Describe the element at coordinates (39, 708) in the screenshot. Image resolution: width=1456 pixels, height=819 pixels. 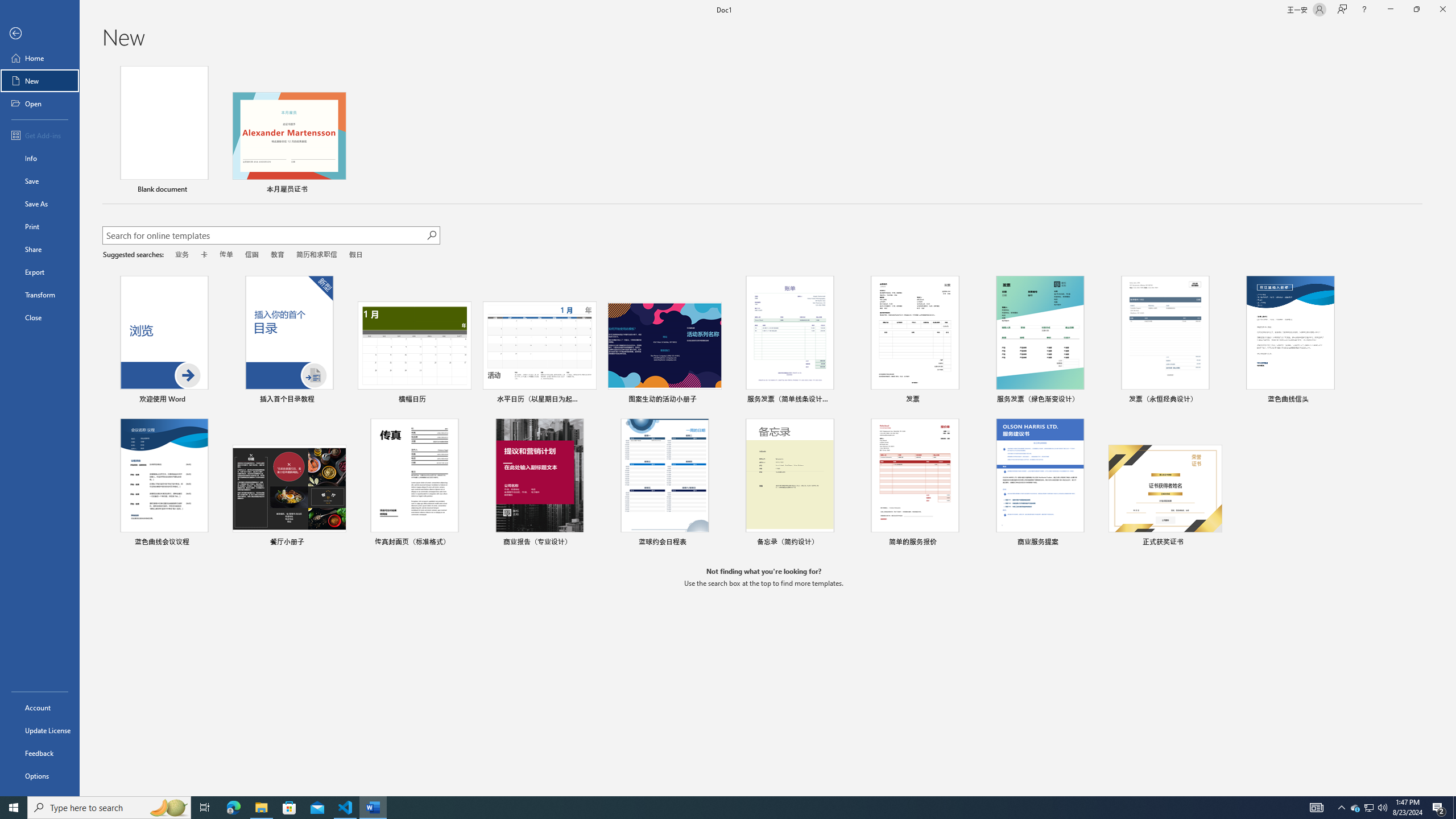
I see `'Account'` at that location.